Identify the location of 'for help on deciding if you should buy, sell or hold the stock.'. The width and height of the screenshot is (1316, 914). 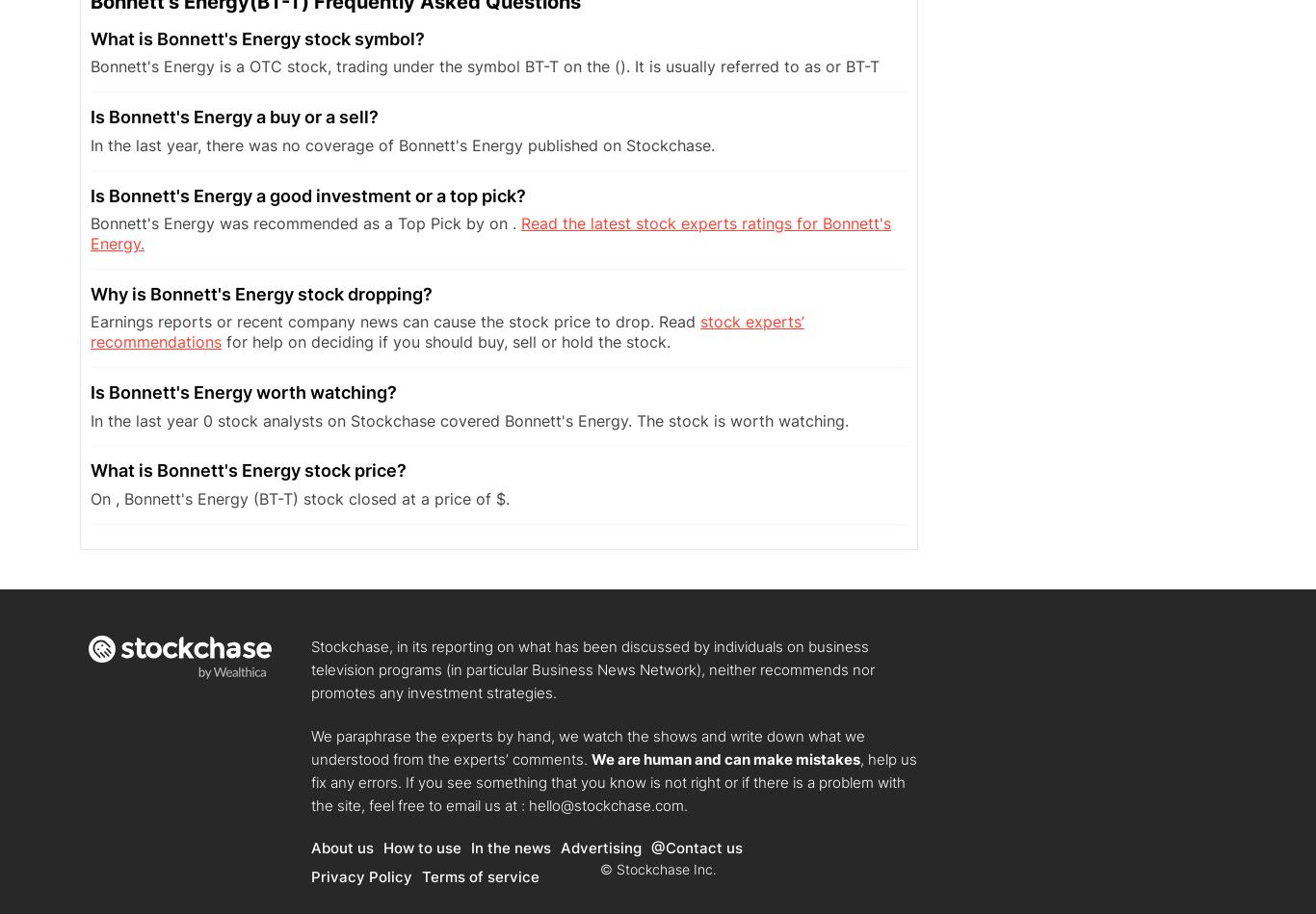
(445, 342).